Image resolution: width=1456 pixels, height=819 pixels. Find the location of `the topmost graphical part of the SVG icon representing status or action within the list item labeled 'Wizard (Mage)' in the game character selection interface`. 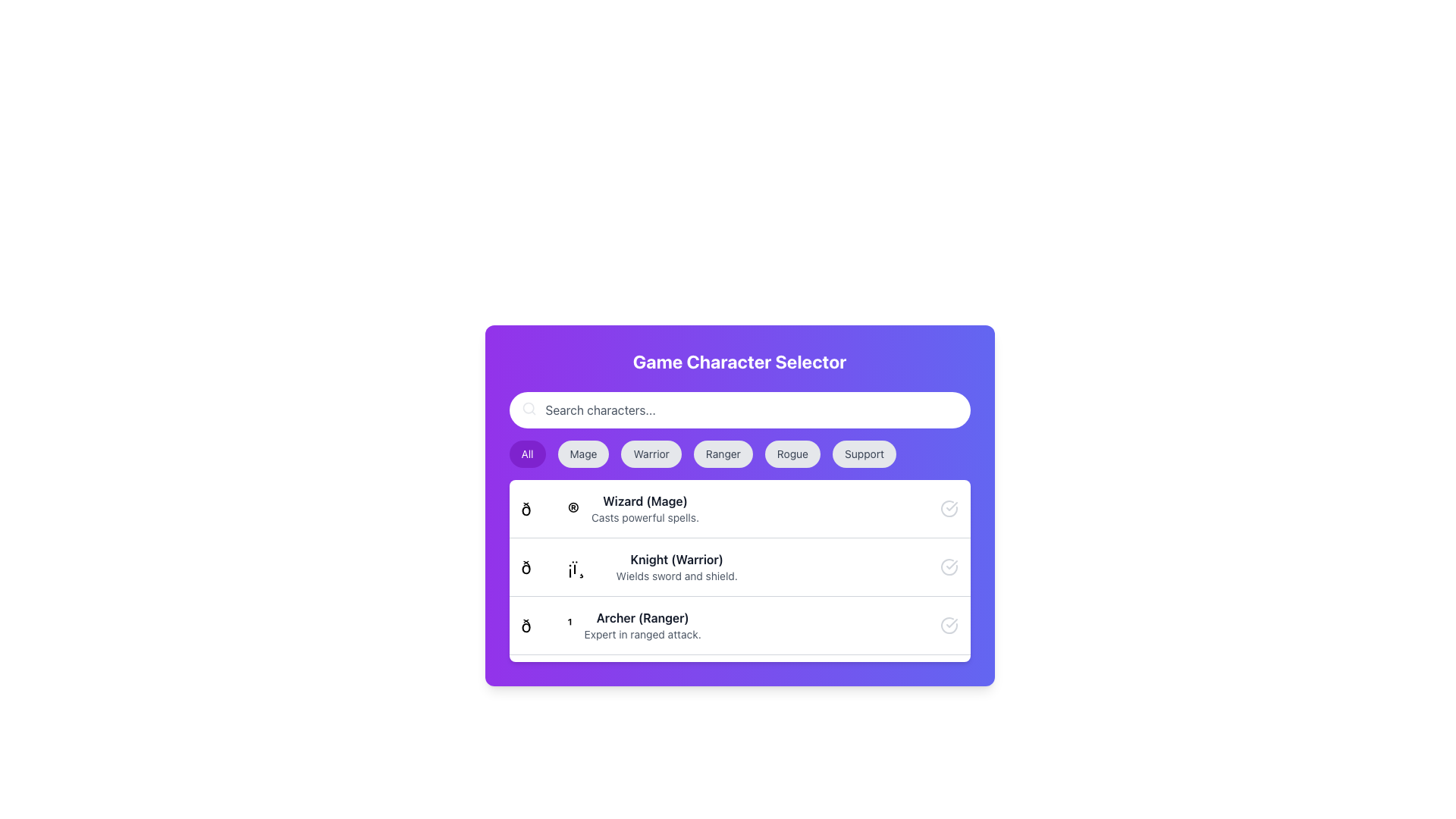

the topmost graphical part of the SVG icon representing status or action within the list item labeled 'Wizard (Mage)' in the game character selection interface is located at coordinates (948, 509).